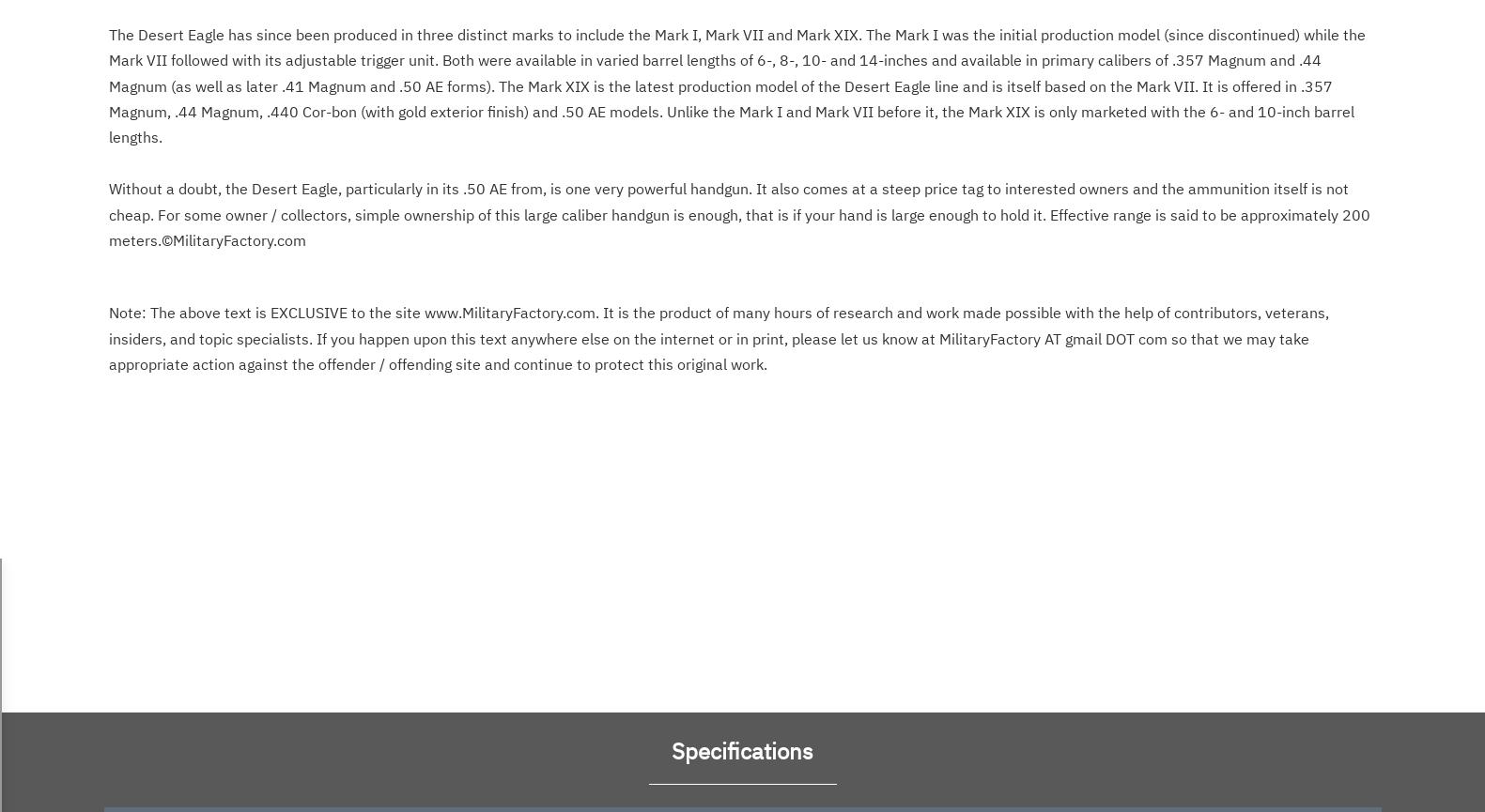  What do you see at coordinates (107, 169) in the screenshot?
I see `'SR71blackbird.org, detailing the history of the world's most iconic spyplane'` at bounding box center [107, 169].